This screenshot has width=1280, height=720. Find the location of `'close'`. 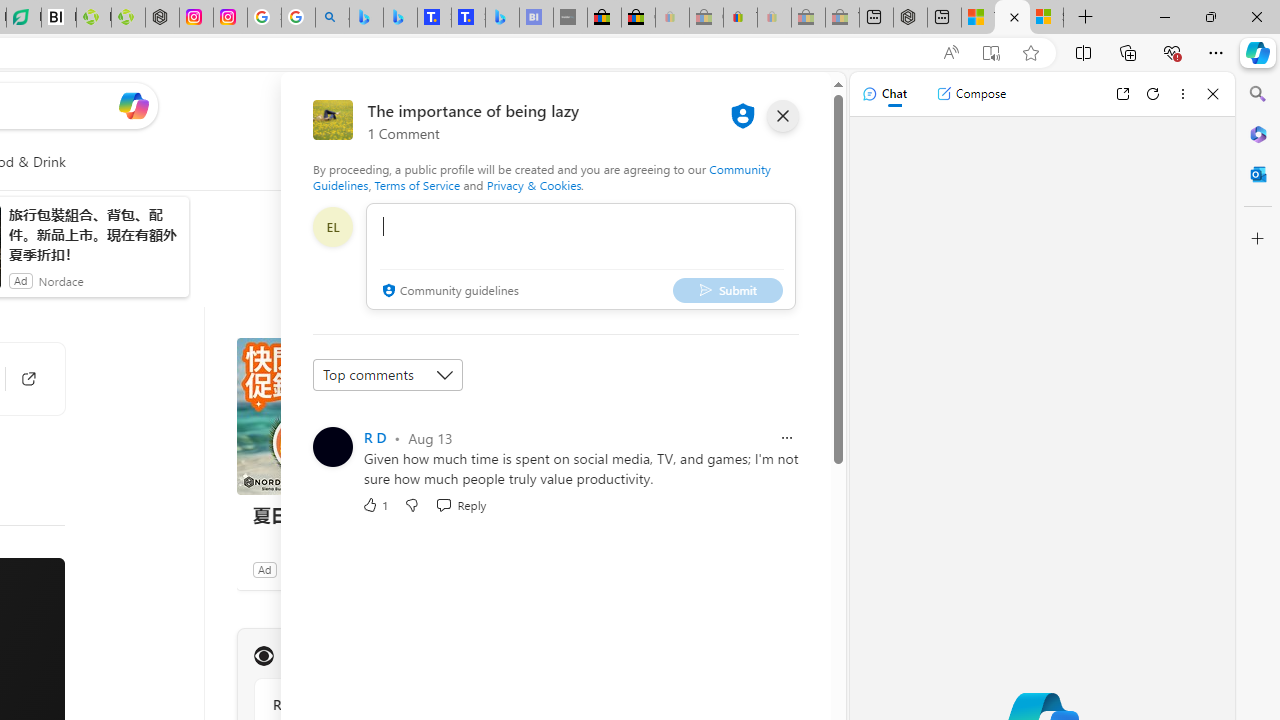

'close' is located at coordinates (781, 115).